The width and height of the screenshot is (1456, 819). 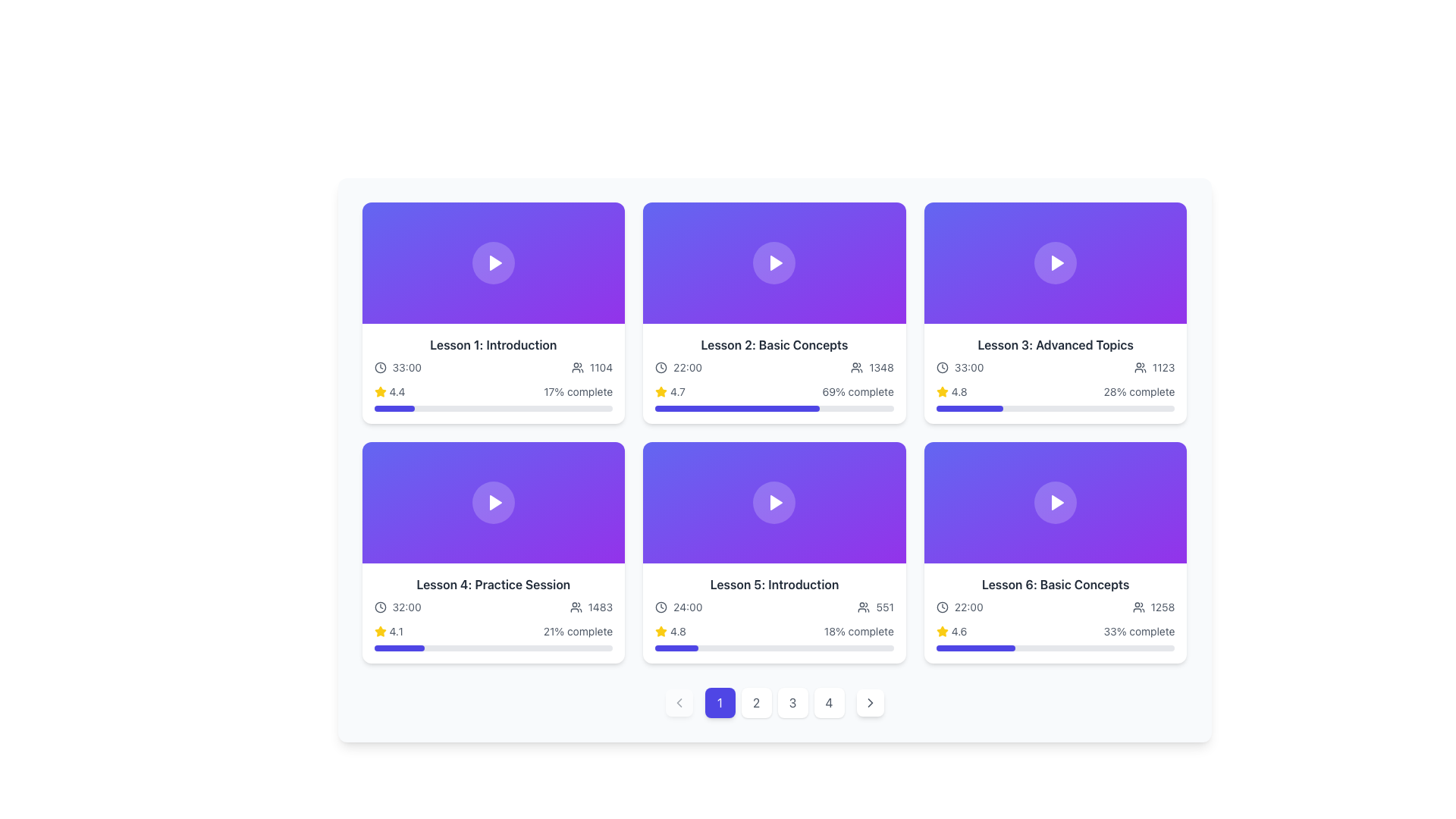 I want to click on the right-pointing arrow-shaped icon with rounded ends and a thin stroke, located inside a circular button at the bottom right corner of the page, so click(x=870, y=702).